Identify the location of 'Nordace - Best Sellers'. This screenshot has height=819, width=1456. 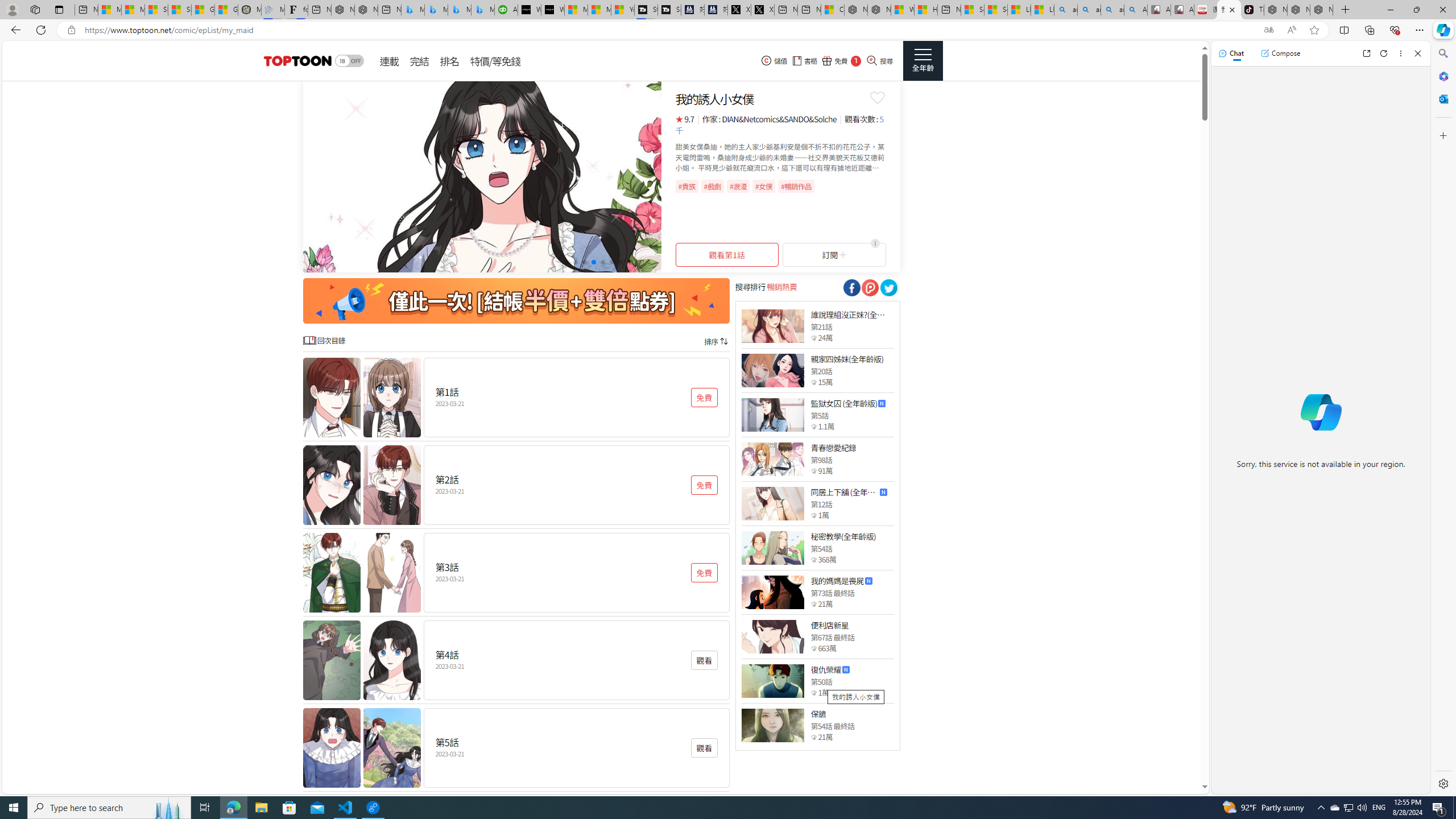
(1275, 9).